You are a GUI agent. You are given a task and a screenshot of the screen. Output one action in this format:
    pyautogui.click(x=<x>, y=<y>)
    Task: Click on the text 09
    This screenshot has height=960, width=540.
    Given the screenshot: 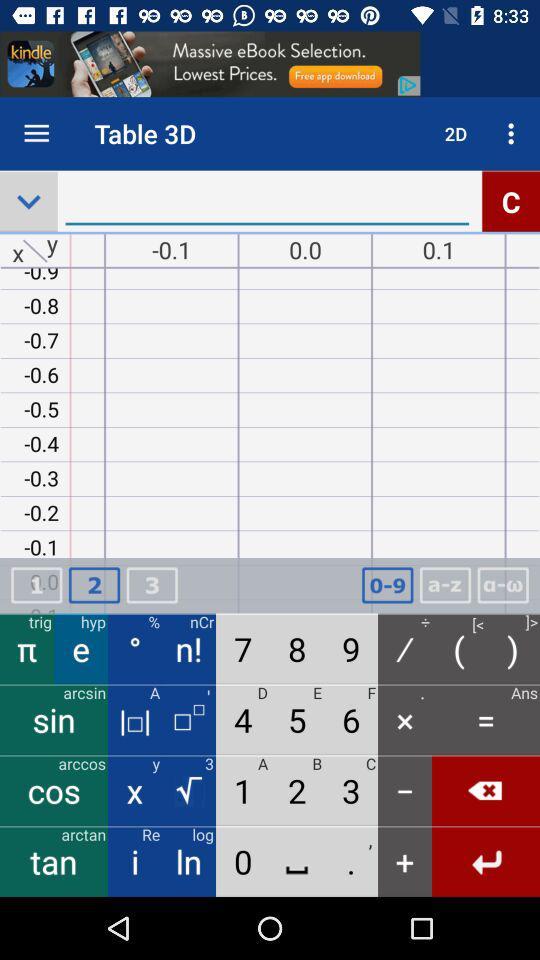 What is the action you would take?
    pyautogui.click(x=387, y=585)
    